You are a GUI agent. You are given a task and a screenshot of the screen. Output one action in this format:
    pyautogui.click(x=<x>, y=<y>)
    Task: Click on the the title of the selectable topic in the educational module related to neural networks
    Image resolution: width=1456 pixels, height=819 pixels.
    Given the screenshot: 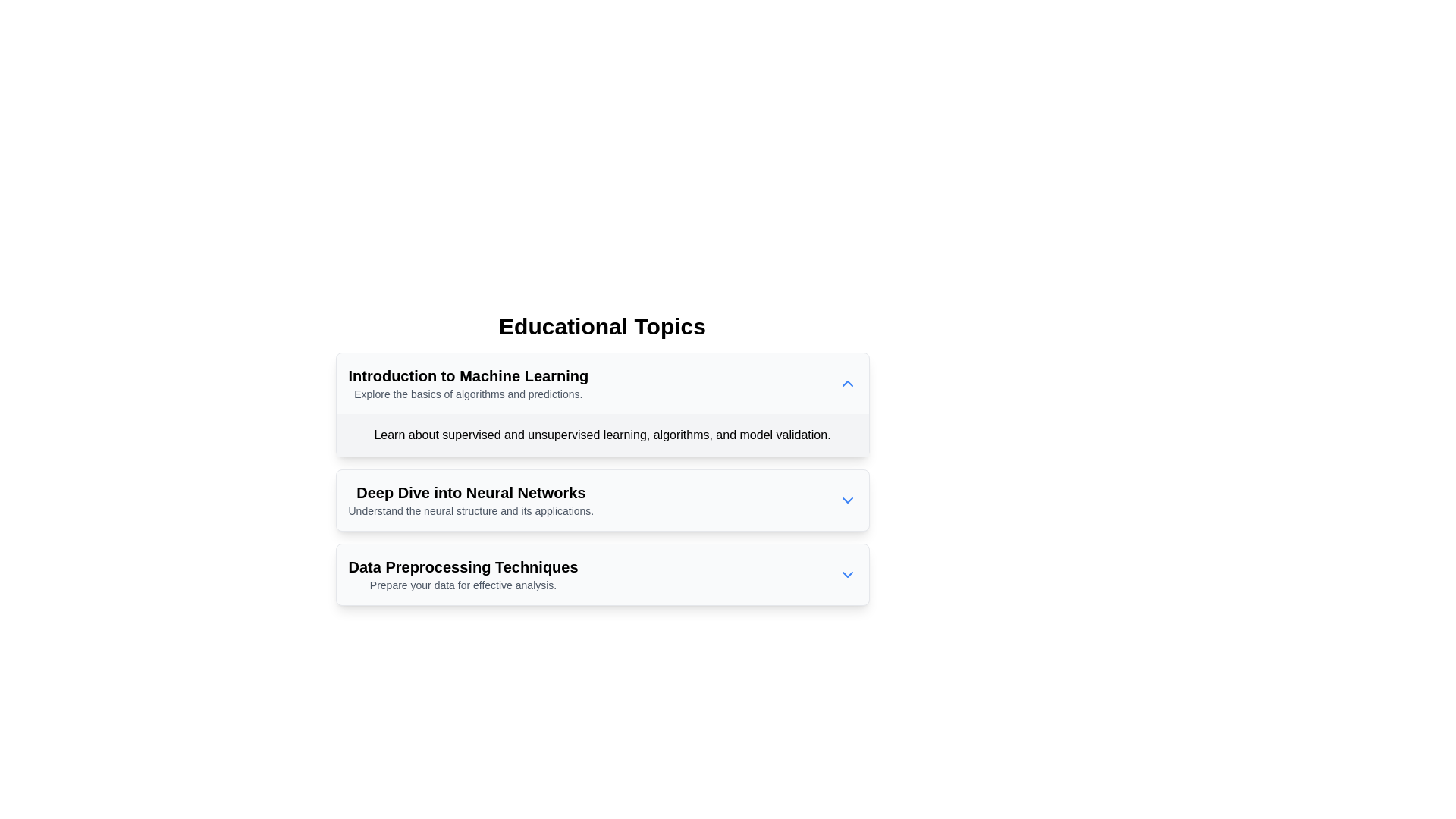 What is the action you would take?
    pyautogui.click(x=470, y=500)
    